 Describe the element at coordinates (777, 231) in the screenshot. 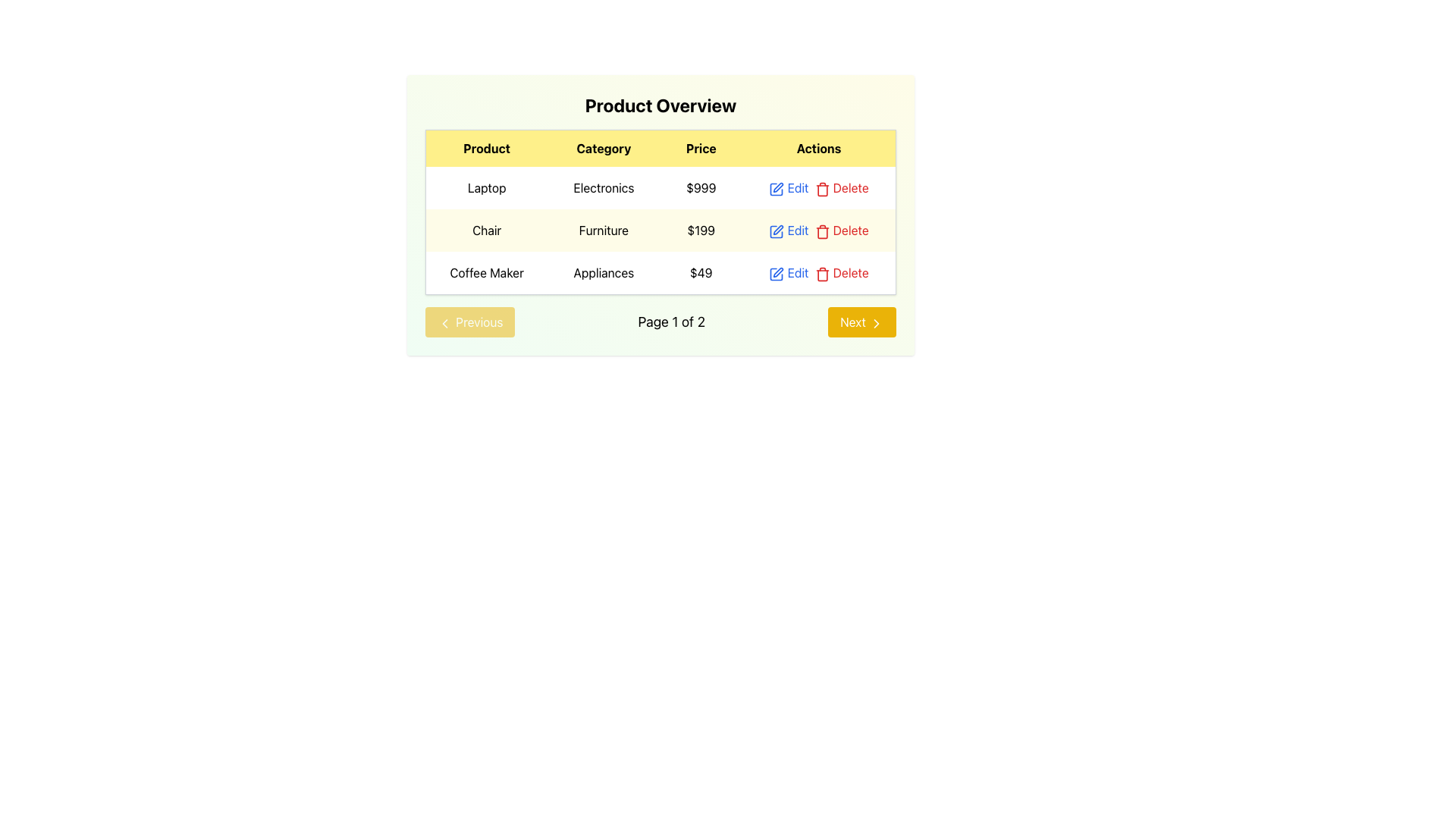

I see `the edit icon (pen) in the 'Actions' column of the second row to initiate editing the 'Chair' product details` at that location.